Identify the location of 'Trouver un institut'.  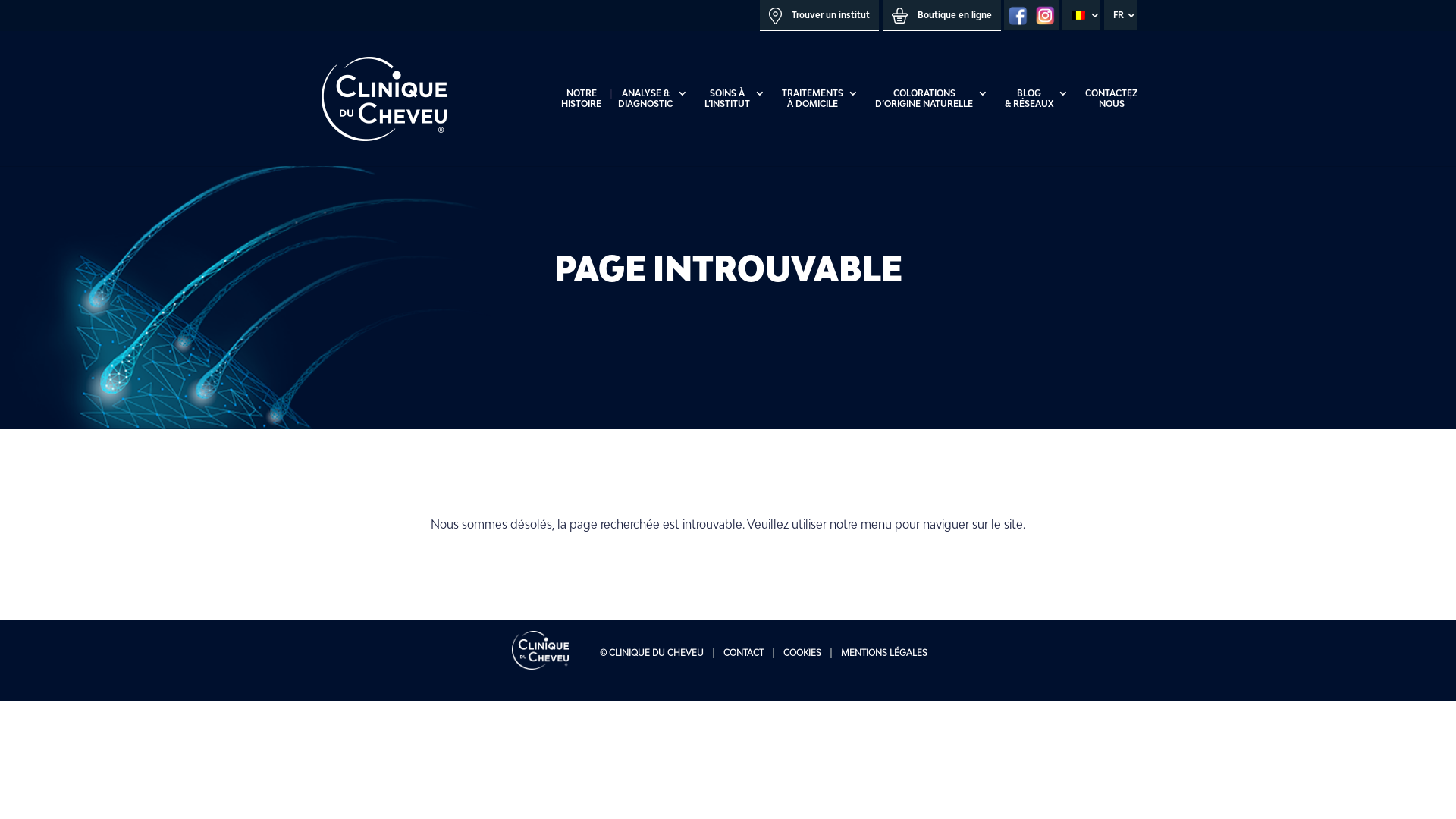
(818, 15).